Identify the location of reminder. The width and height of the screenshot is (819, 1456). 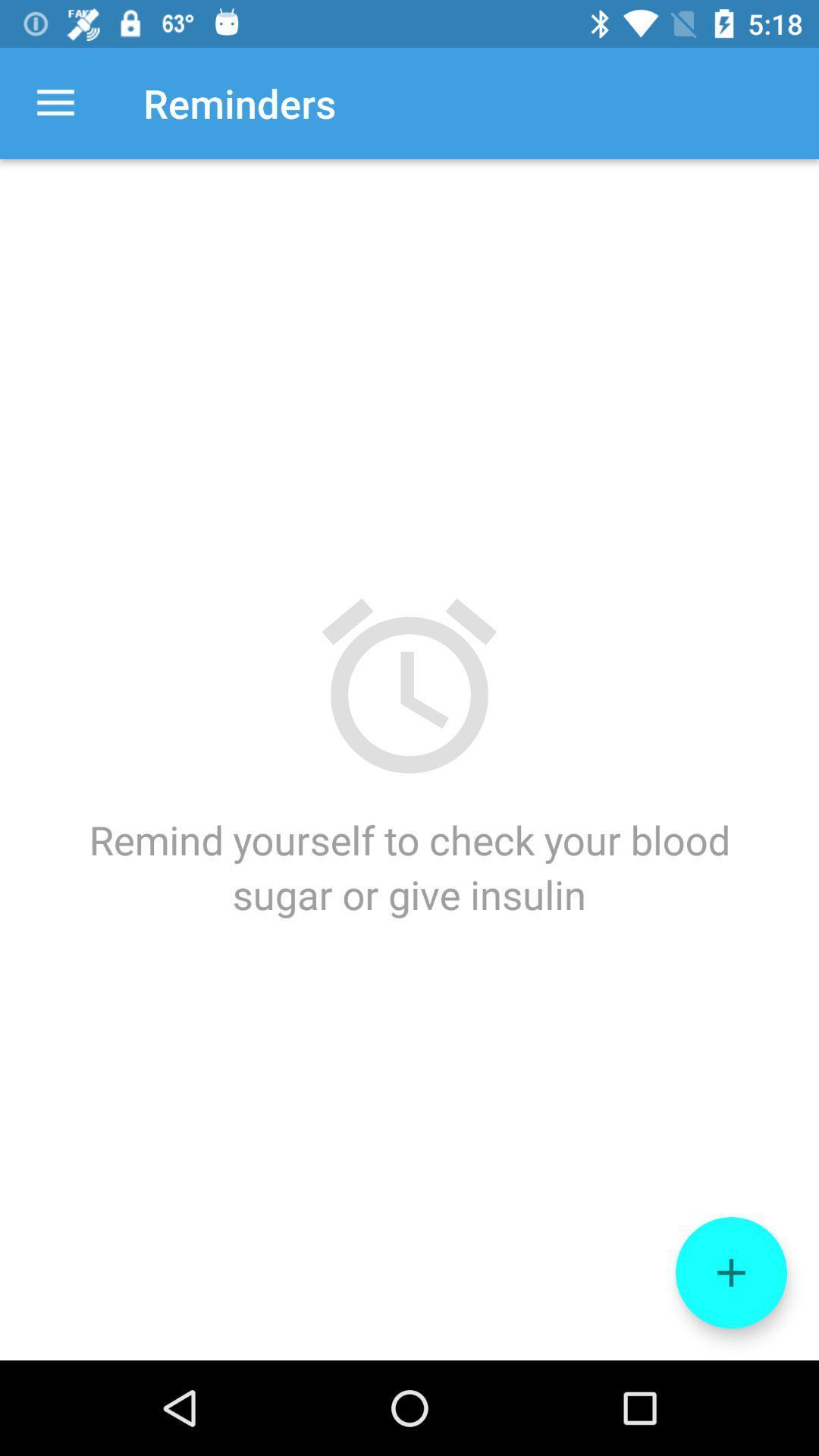
(730, 1272).